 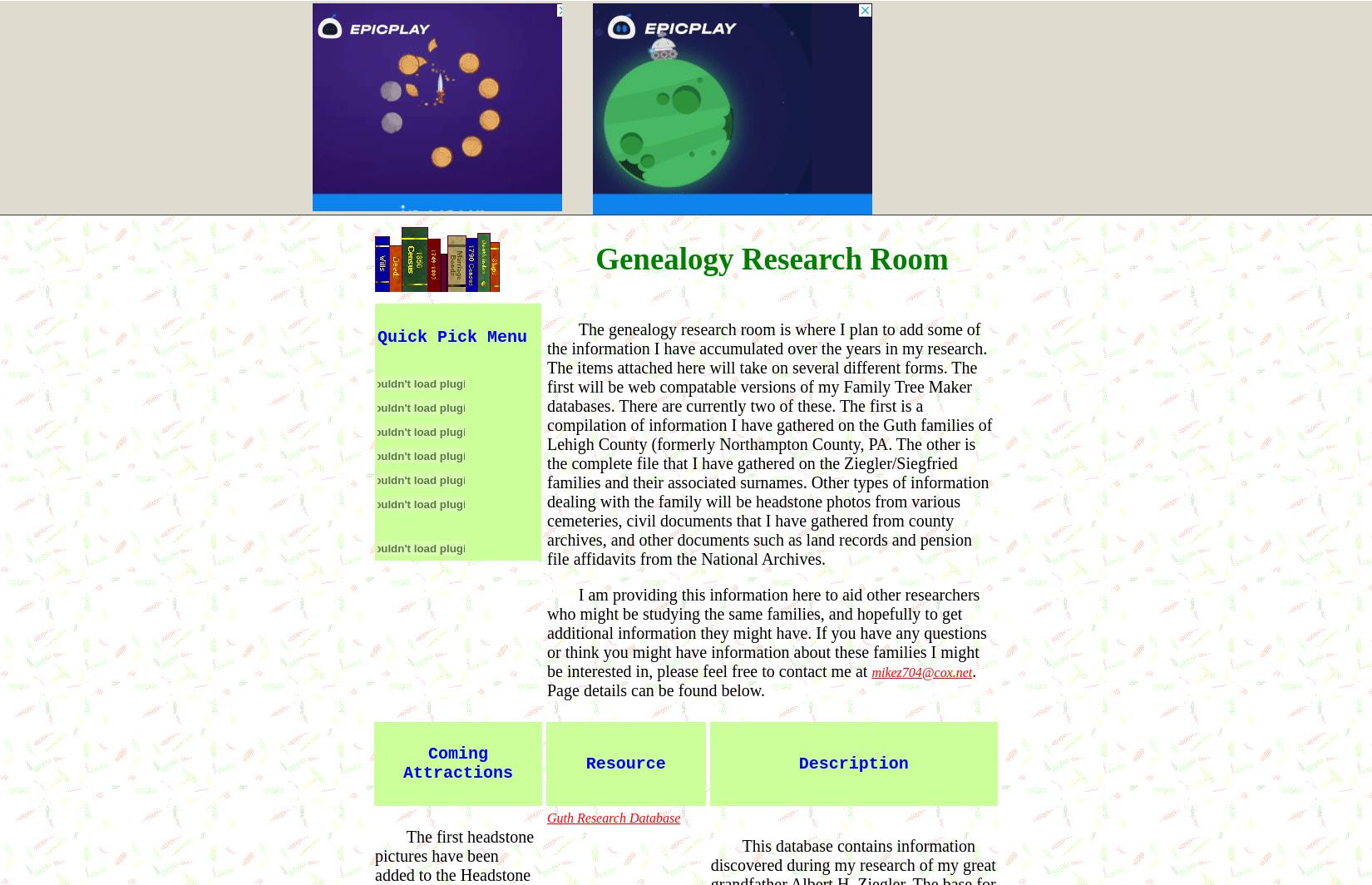 I want to click on 'Coming Attractions', so click(x=457, y=764).